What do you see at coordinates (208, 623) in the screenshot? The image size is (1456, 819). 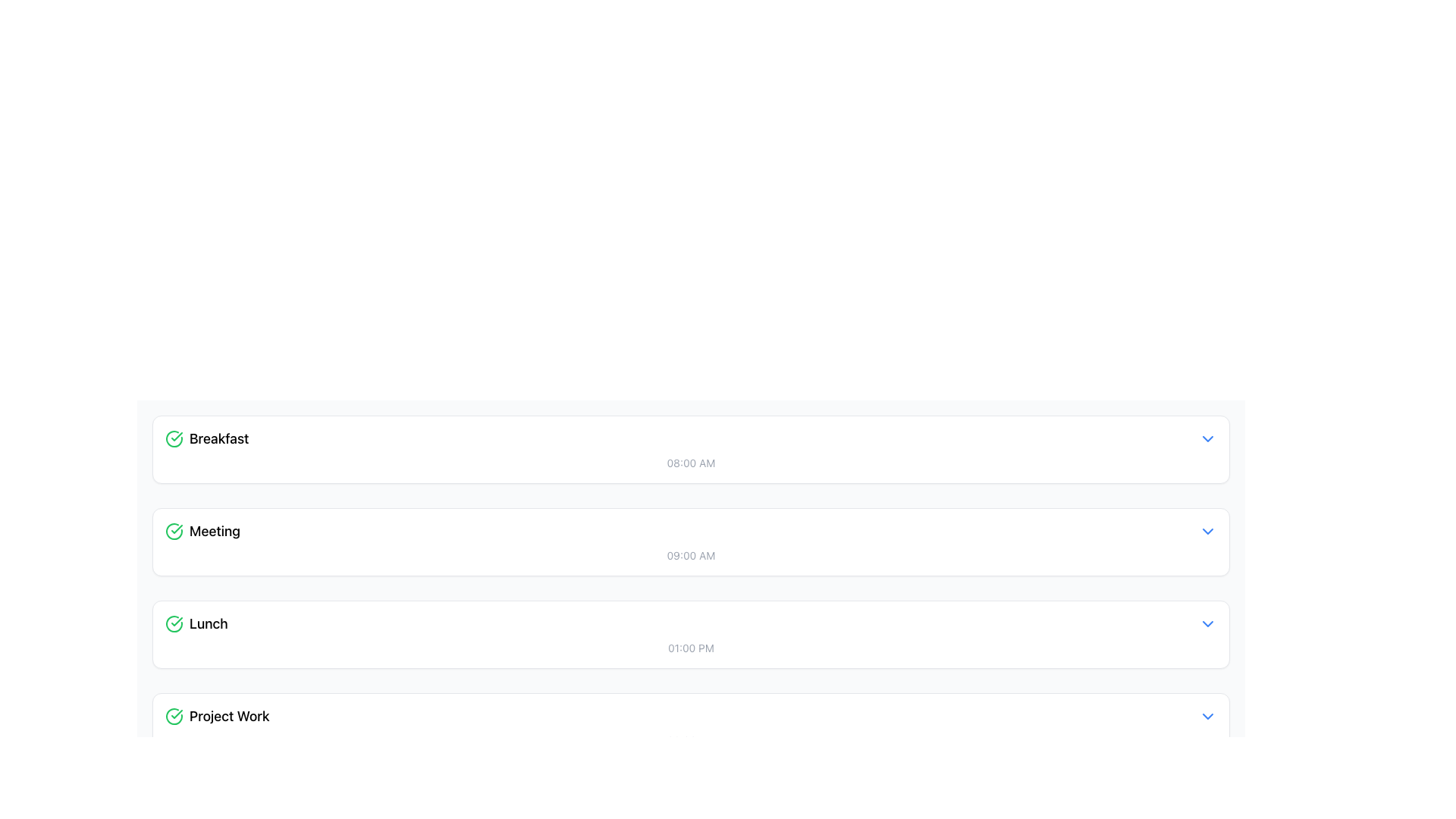 I see `the text label that indicates a scheduled activity or task, located in the third position of a vertical list with a green checkmark icon on its left` at bounding box center [208, 623].